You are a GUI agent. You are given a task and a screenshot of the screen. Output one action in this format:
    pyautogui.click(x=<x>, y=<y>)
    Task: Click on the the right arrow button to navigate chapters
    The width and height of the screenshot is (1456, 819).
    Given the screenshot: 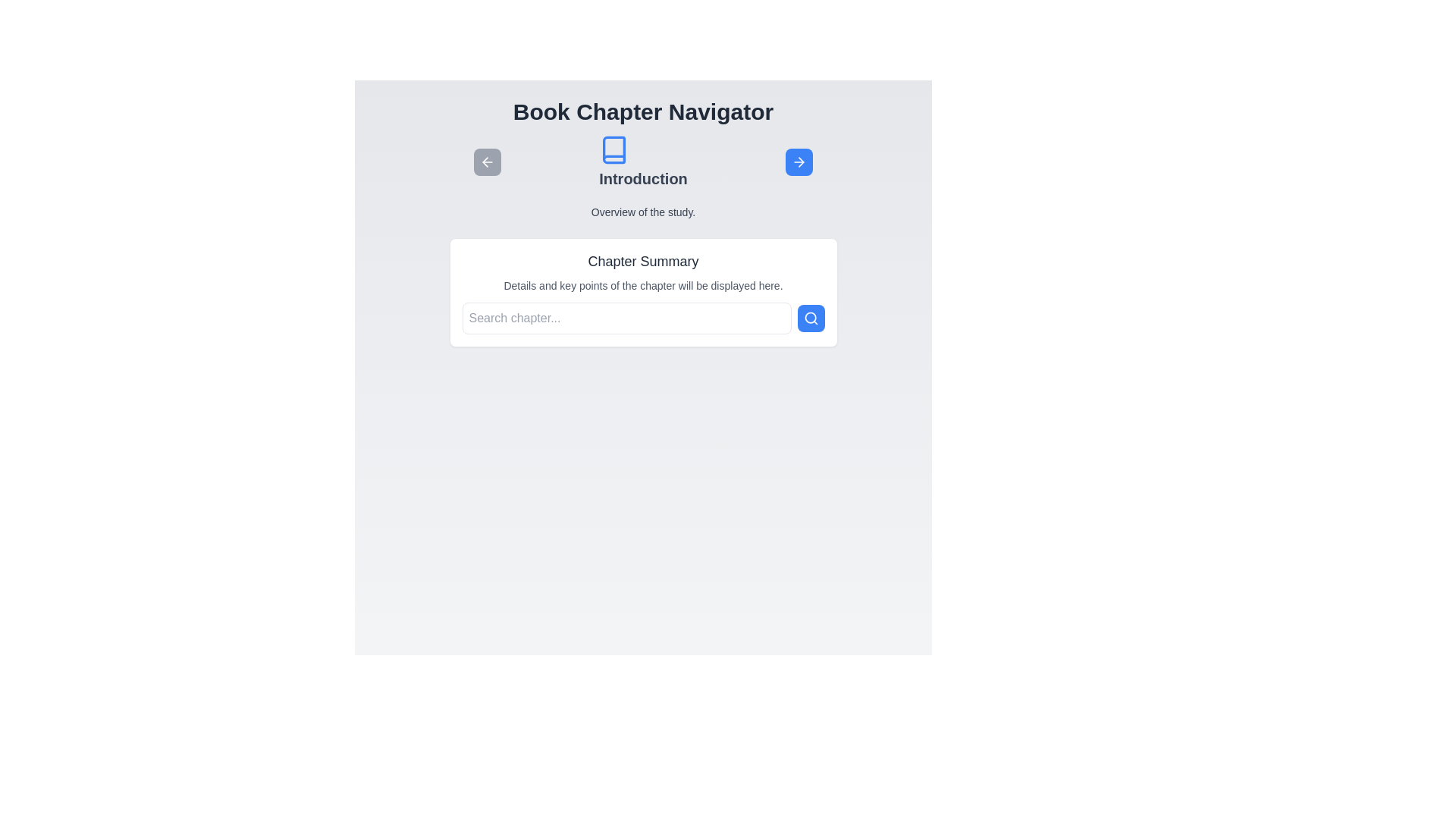 What is the action you would take?
    pyautogui.click(x=799, y=162)
    